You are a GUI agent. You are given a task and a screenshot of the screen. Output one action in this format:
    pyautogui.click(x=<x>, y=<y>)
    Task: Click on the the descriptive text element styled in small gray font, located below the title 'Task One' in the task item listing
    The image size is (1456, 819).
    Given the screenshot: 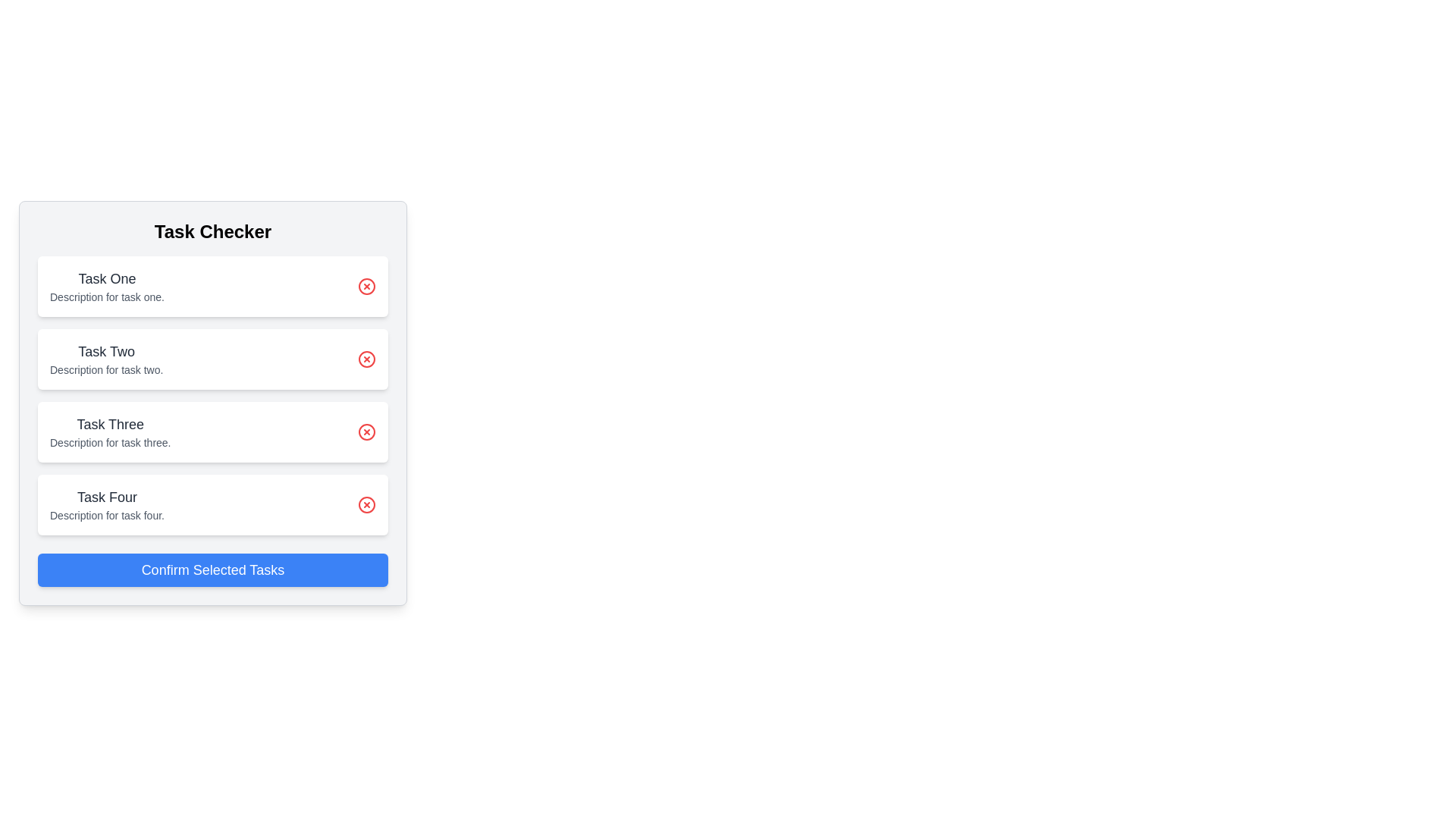 What is the action you would take?
    pyautogui.click(x=106, y=297)
    